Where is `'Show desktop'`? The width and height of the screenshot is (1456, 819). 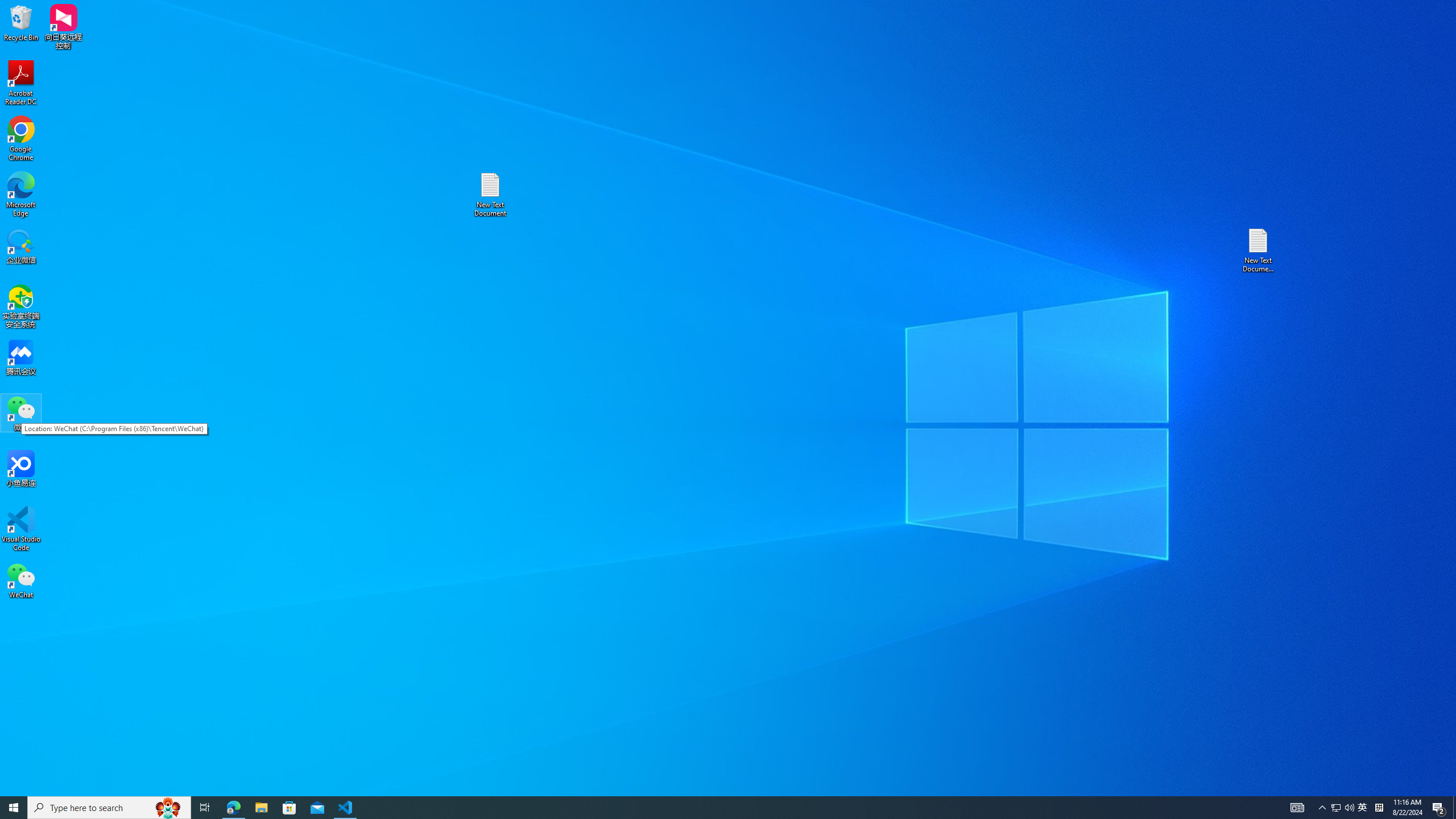 'Show desktop' is located at coordinates (1454, 806).